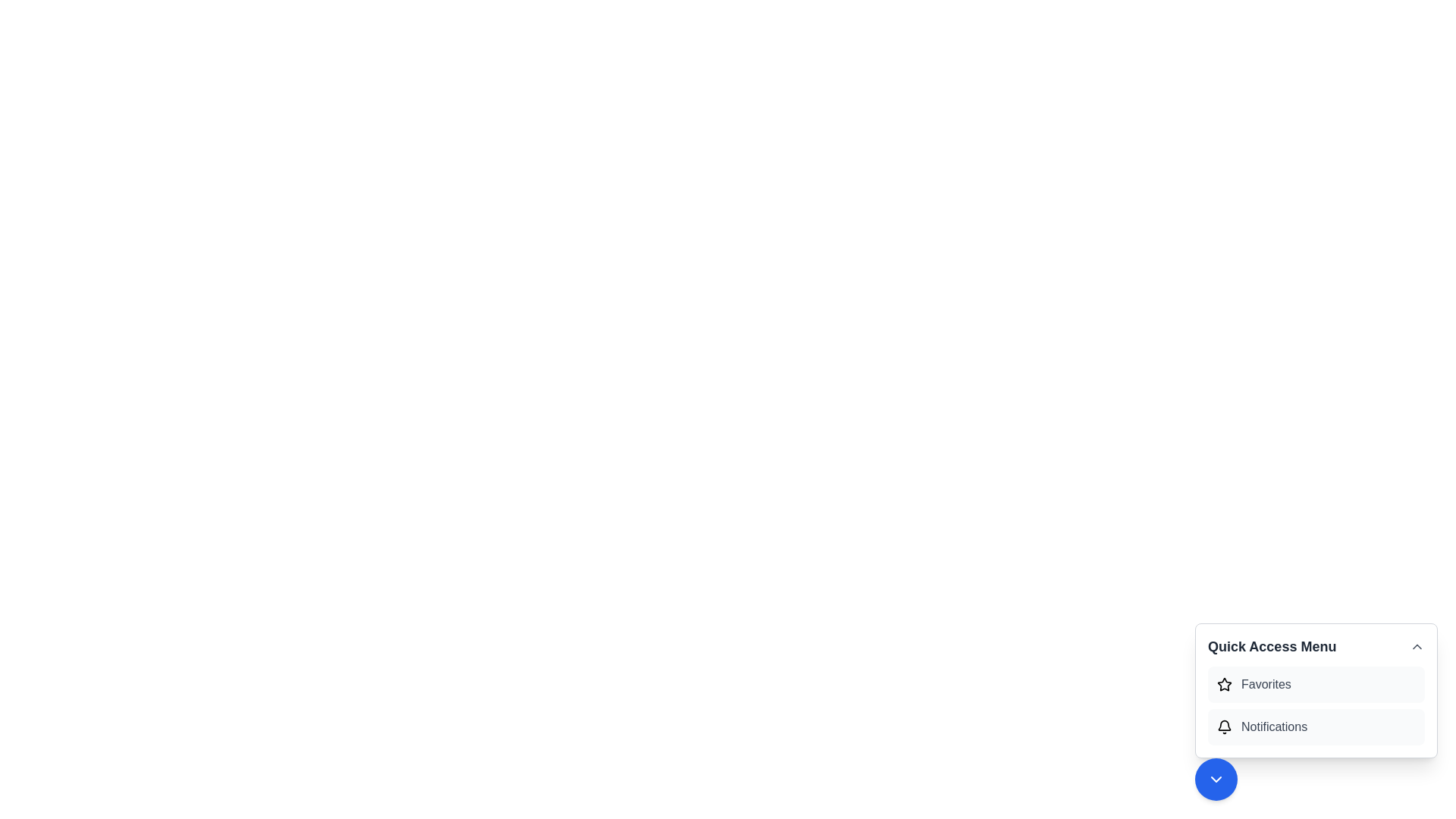 This screenshot has width=1456, height=819. Describe the element at coordinates (1316, 646) in the screenshot. I see `the 'Quick Access Menu' dropdown header` at that location.